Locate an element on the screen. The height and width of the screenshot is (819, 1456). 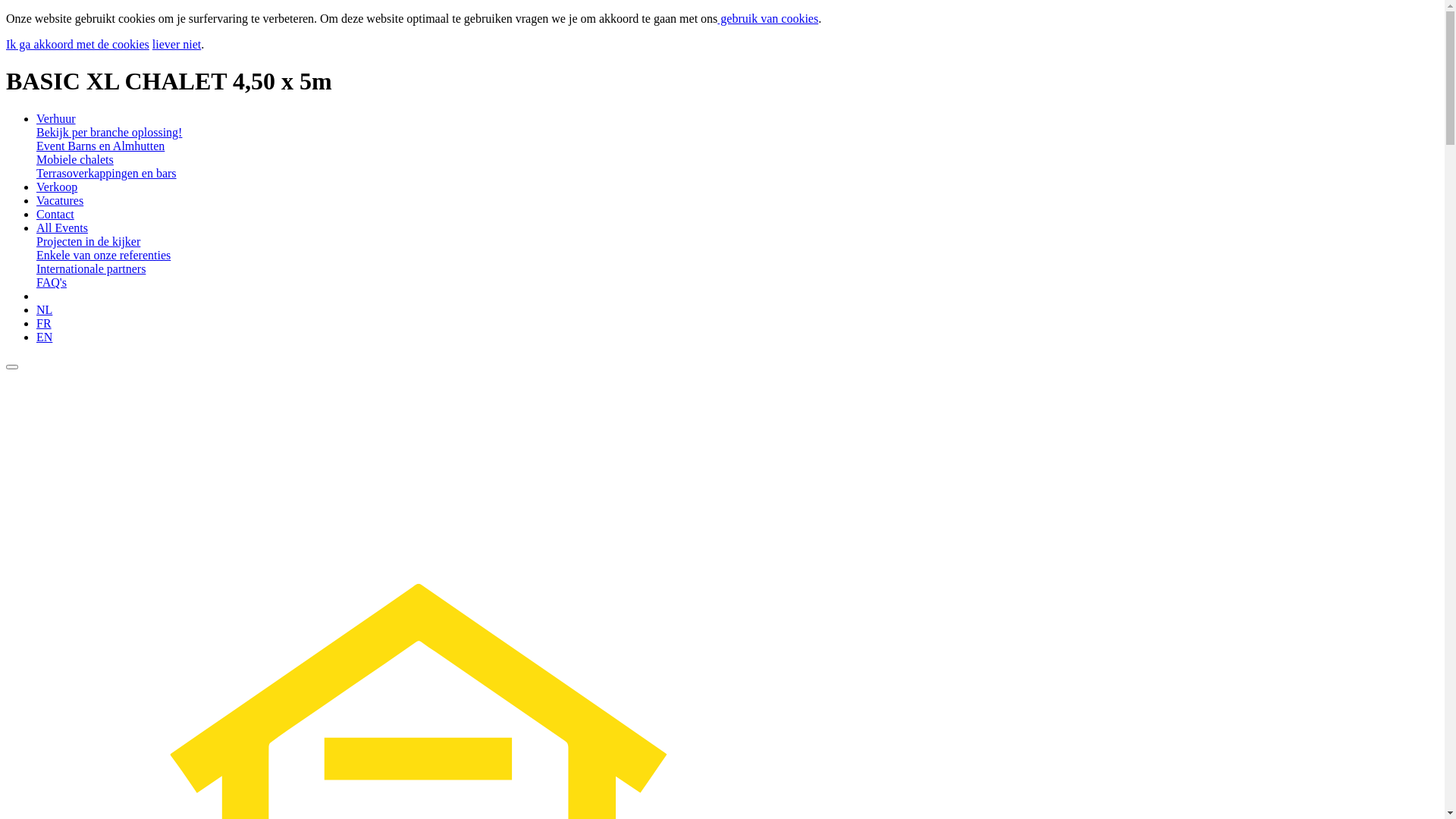
'FAQ's' is located at coordinates (36, 282).